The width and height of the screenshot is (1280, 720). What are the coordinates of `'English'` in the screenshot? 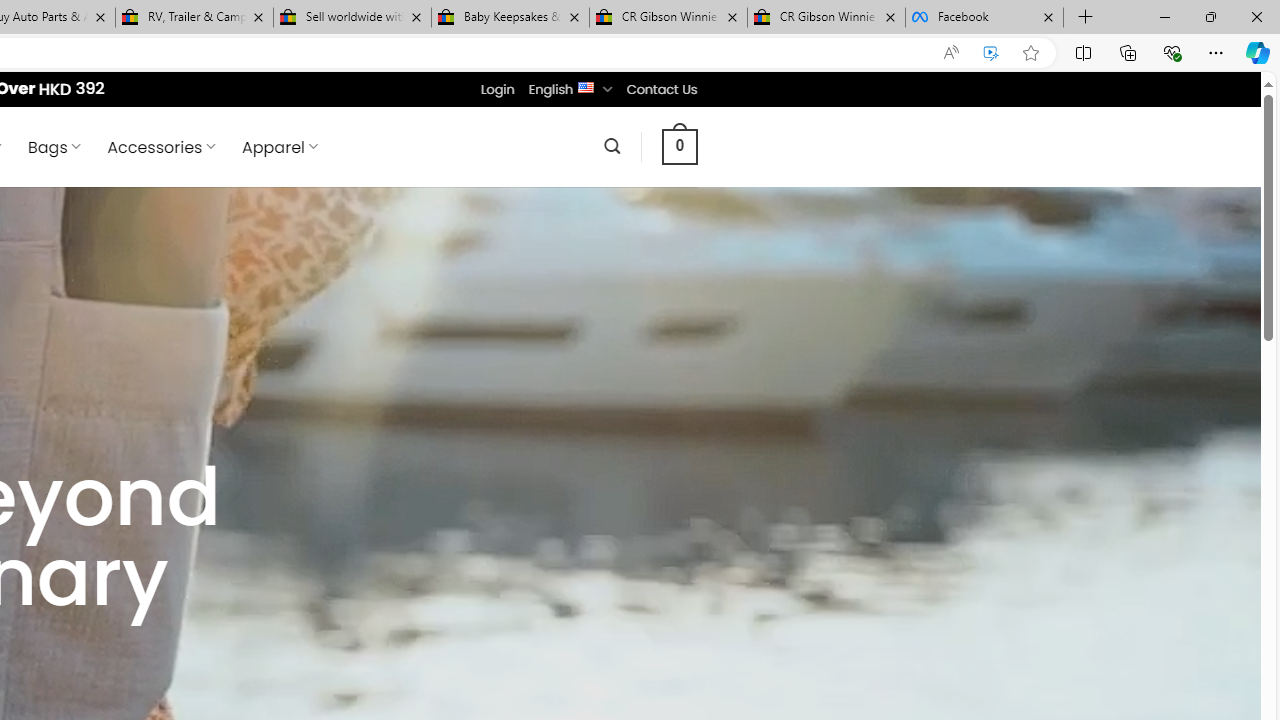 It's located at (585, 85).